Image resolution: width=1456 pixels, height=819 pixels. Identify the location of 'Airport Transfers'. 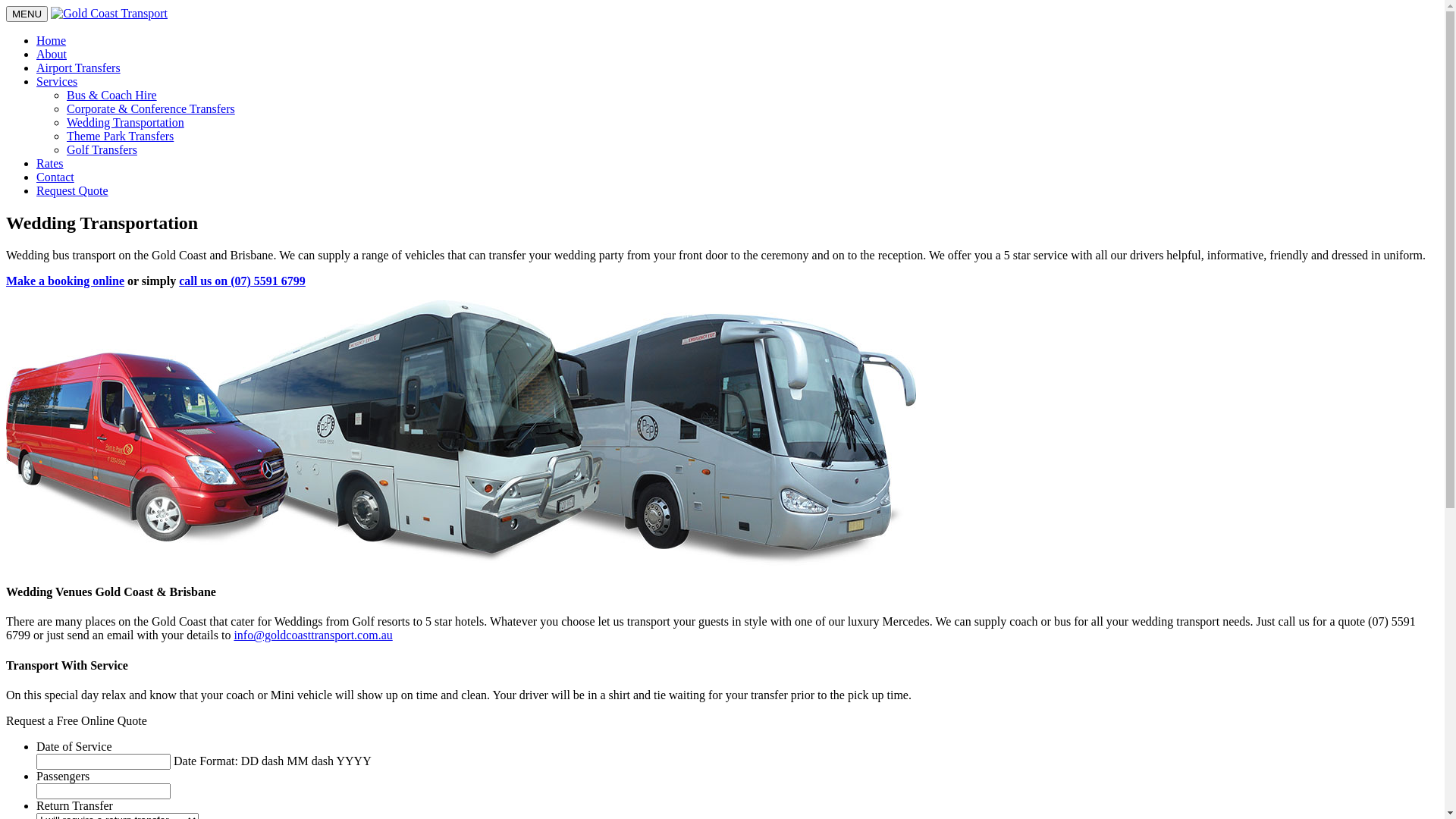
(77, 67).